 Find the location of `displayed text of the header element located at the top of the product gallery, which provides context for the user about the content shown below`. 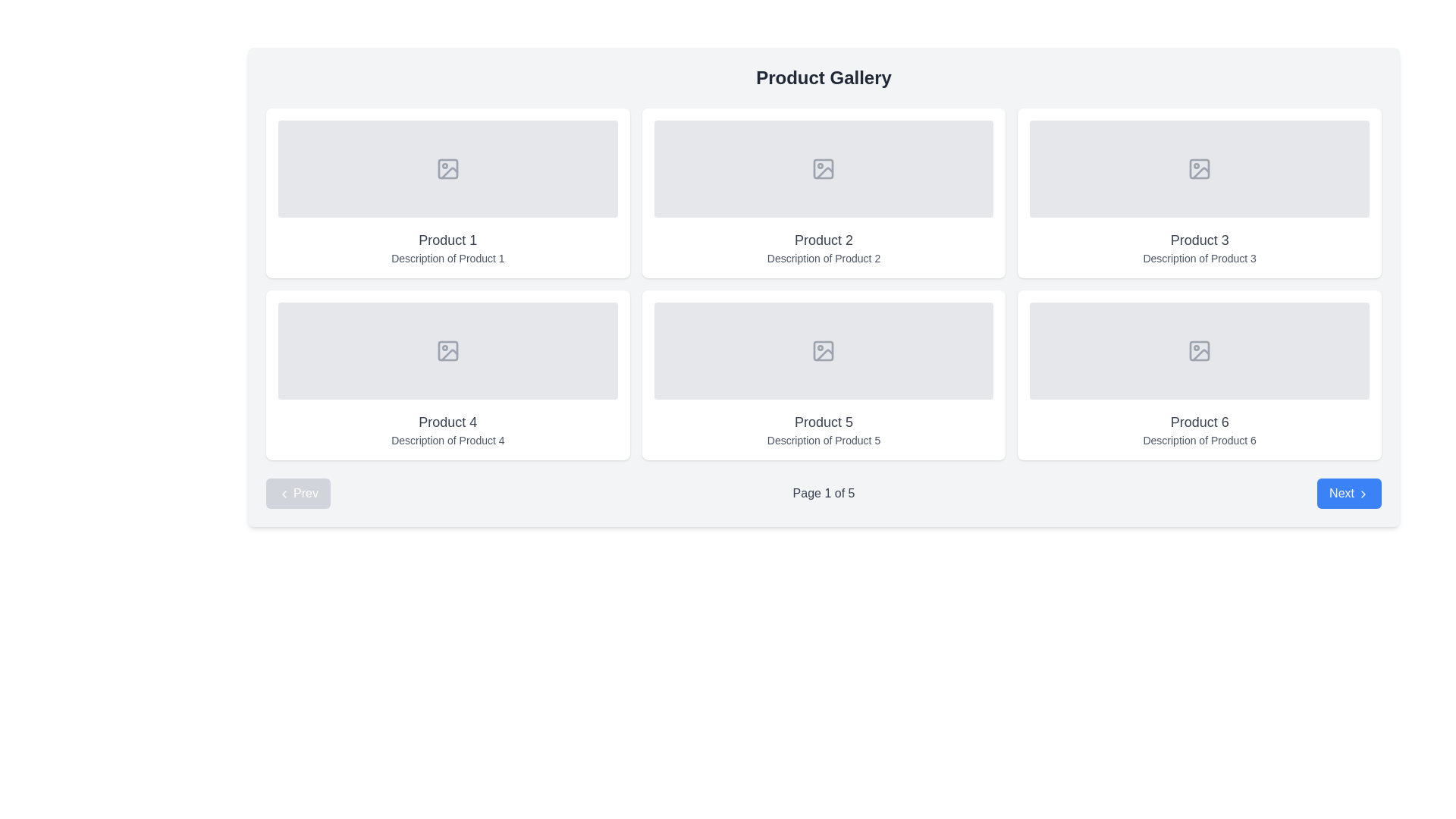

displayed text of the header element located at the top of the product gallery, which provides context for the user about the content shown below is located at coordinates (823, 78).